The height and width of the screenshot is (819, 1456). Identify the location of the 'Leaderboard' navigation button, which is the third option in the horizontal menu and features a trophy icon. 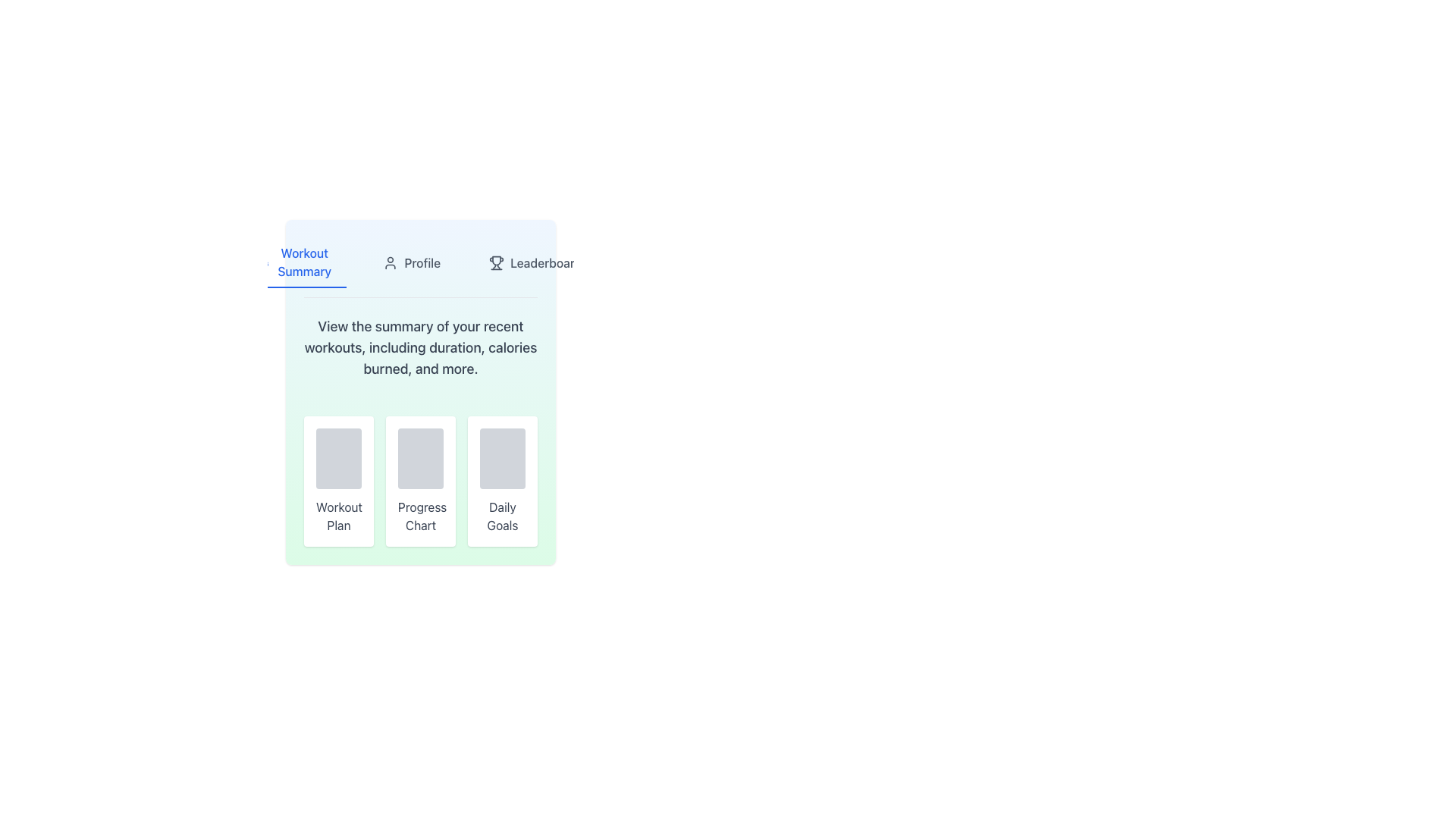
(535, 262).